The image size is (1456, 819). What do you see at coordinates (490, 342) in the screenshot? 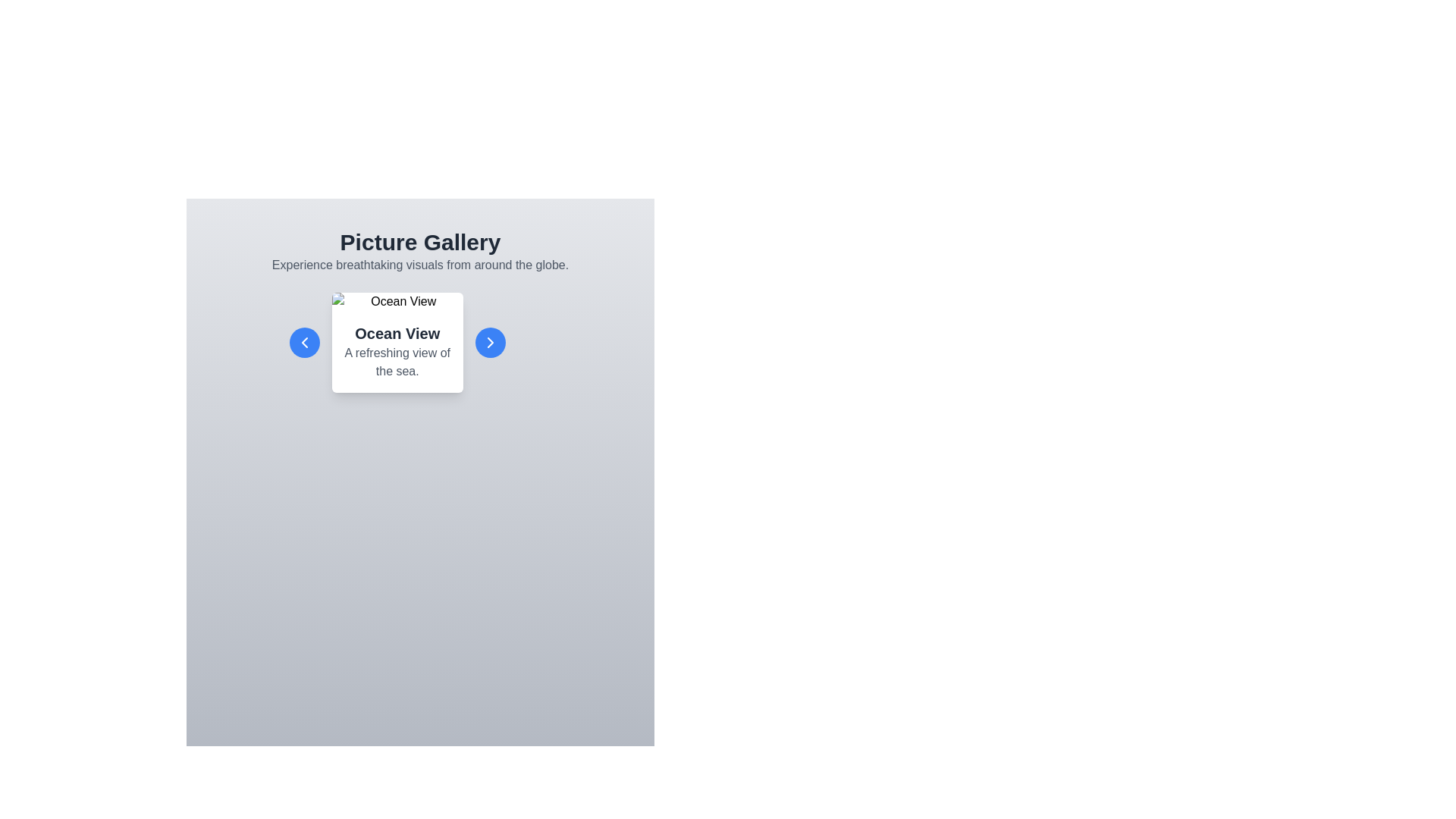
I see `the next navigation icon located inside the circular button on the right side of the carousel card in the Picture Gallery interface` at bounding box center [490, 342].